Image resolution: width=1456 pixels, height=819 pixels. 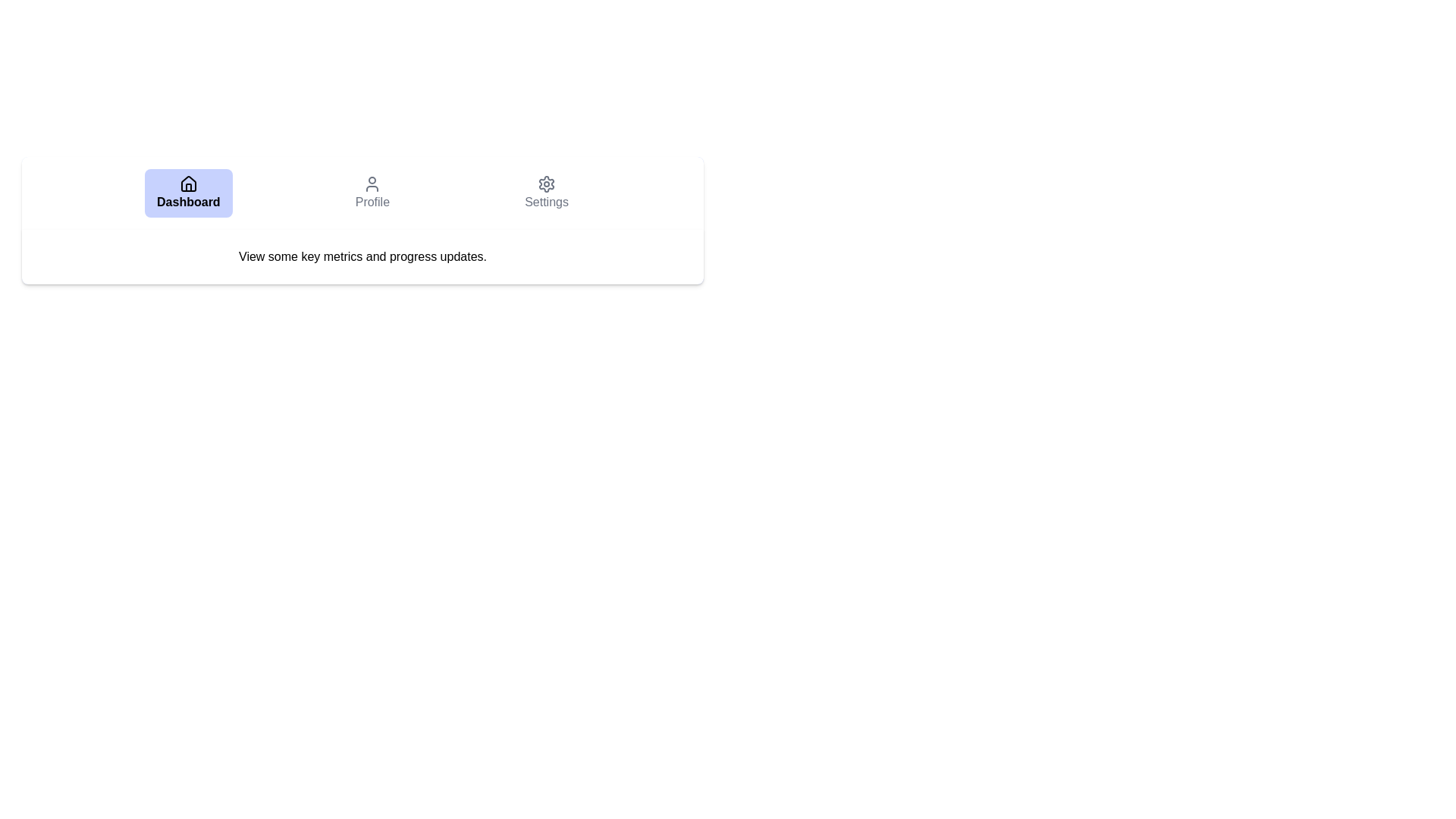 What do you see at coordinates (546, 192) in the screenshot?
I see `the Settings tab by clicking on its button` at bounding box center [546, 192].